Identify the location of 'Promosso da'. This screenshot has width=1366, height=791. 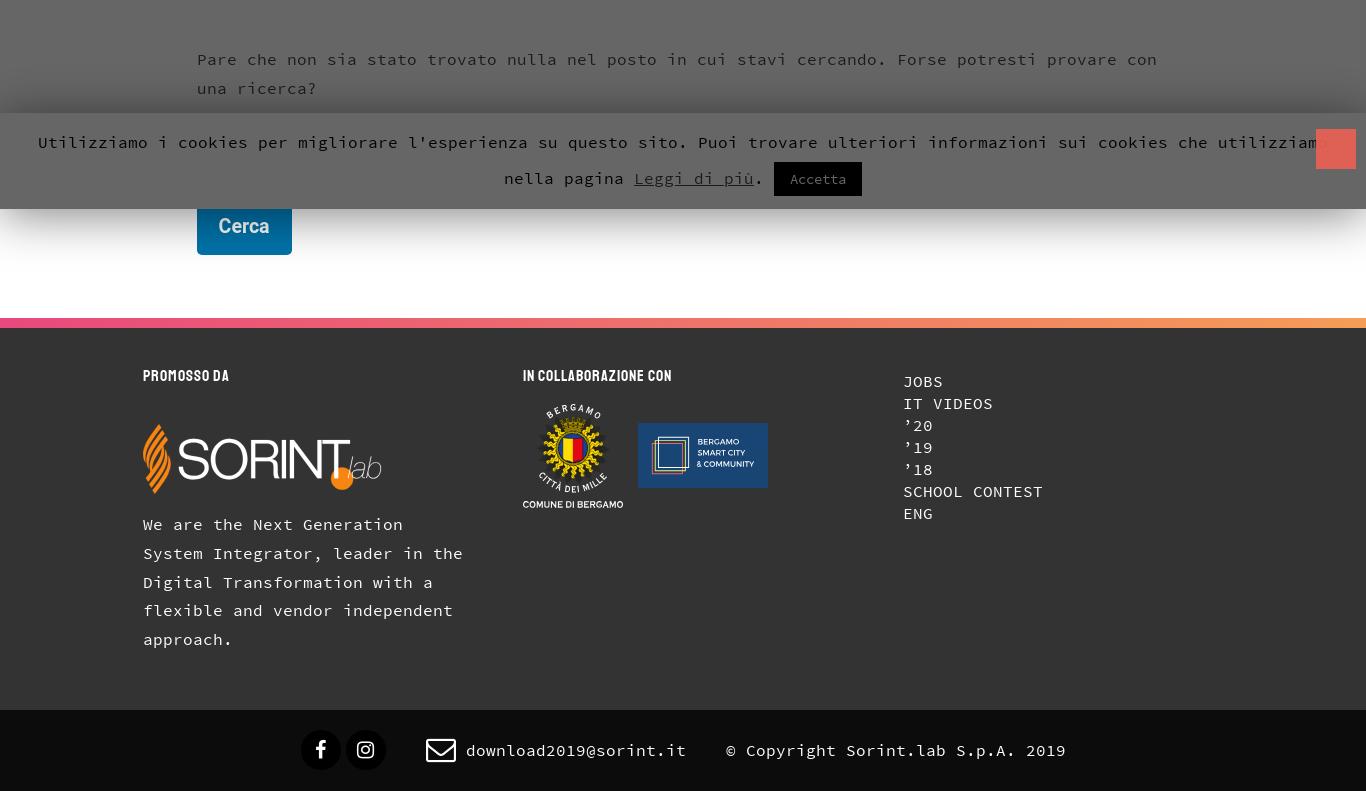
(185, 374).